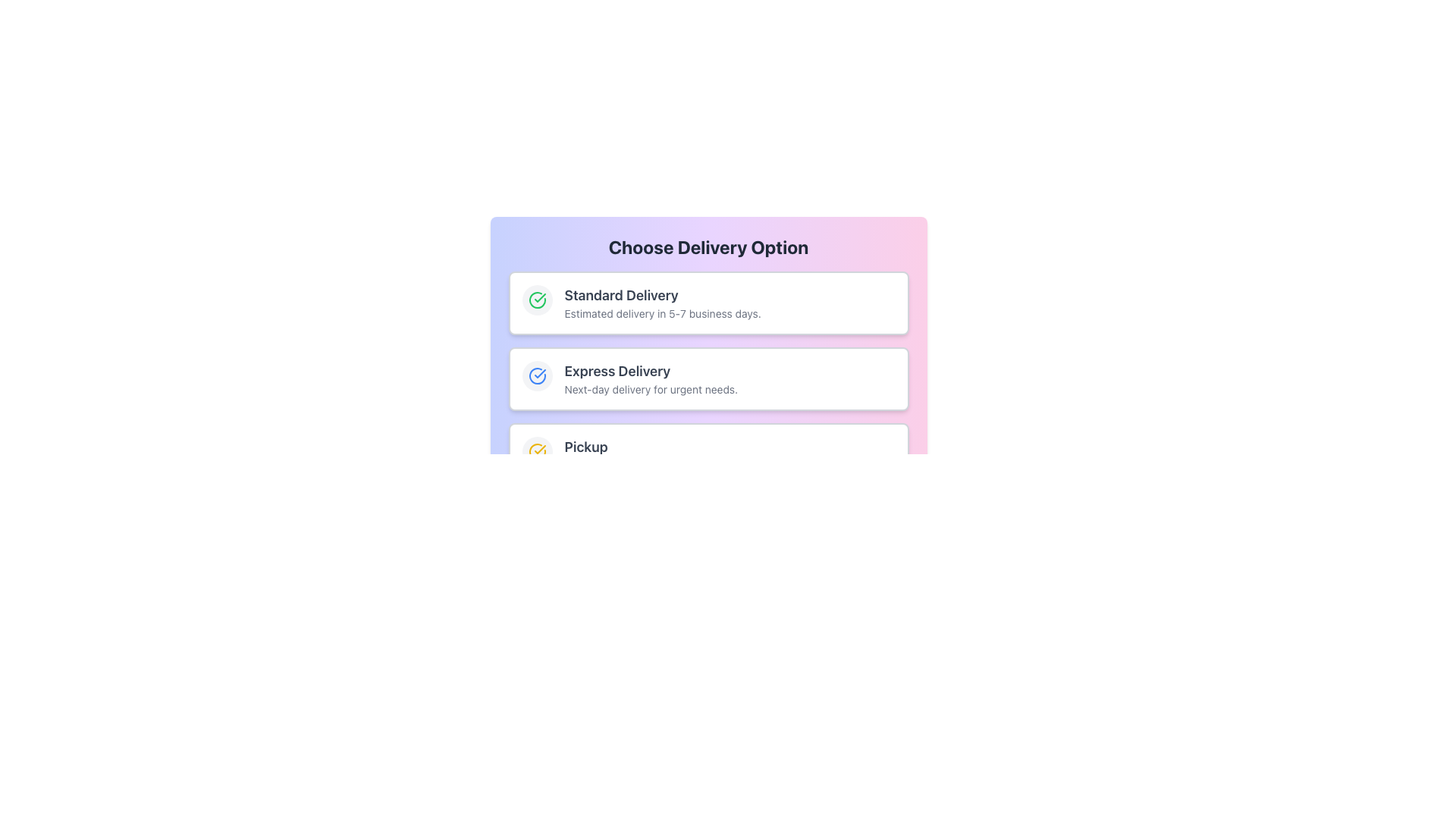 Image resolution: width=1456 pixels, height=819 pixels. Describe the element at coordinates (708, 303) in the screenshot. I see `the 'Standard Delivery' selectable list item, which features a green circle with a checkmark and displays the text 'Estimated delivery in 5-7 business days.'` at that location.